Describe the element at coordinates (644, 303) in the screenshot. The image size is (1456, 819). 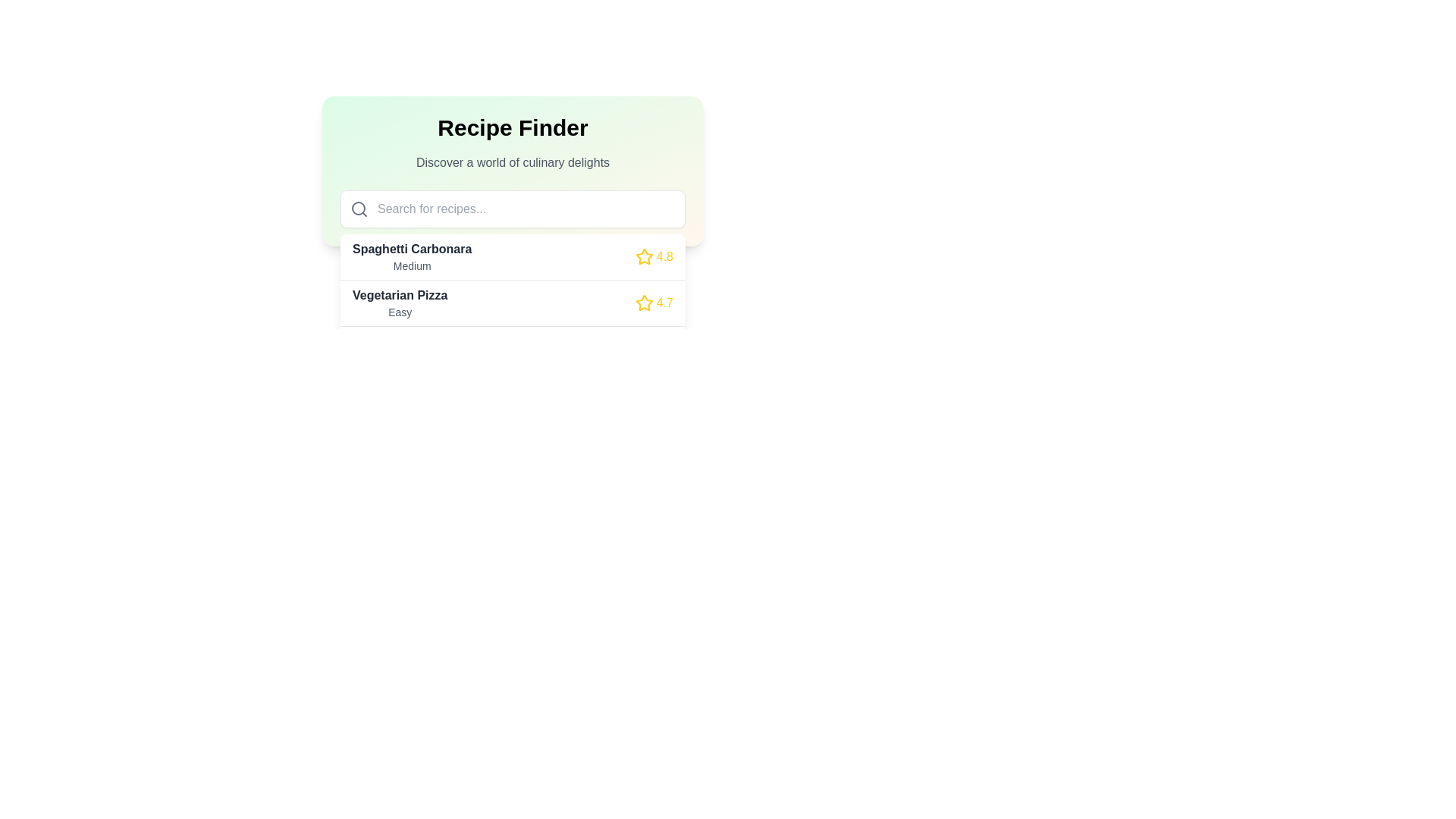
I see `the star icon with a yellow outline representing a rating or favorite functionality, which is part of a group displaying the rating score '4.7'` at that location.